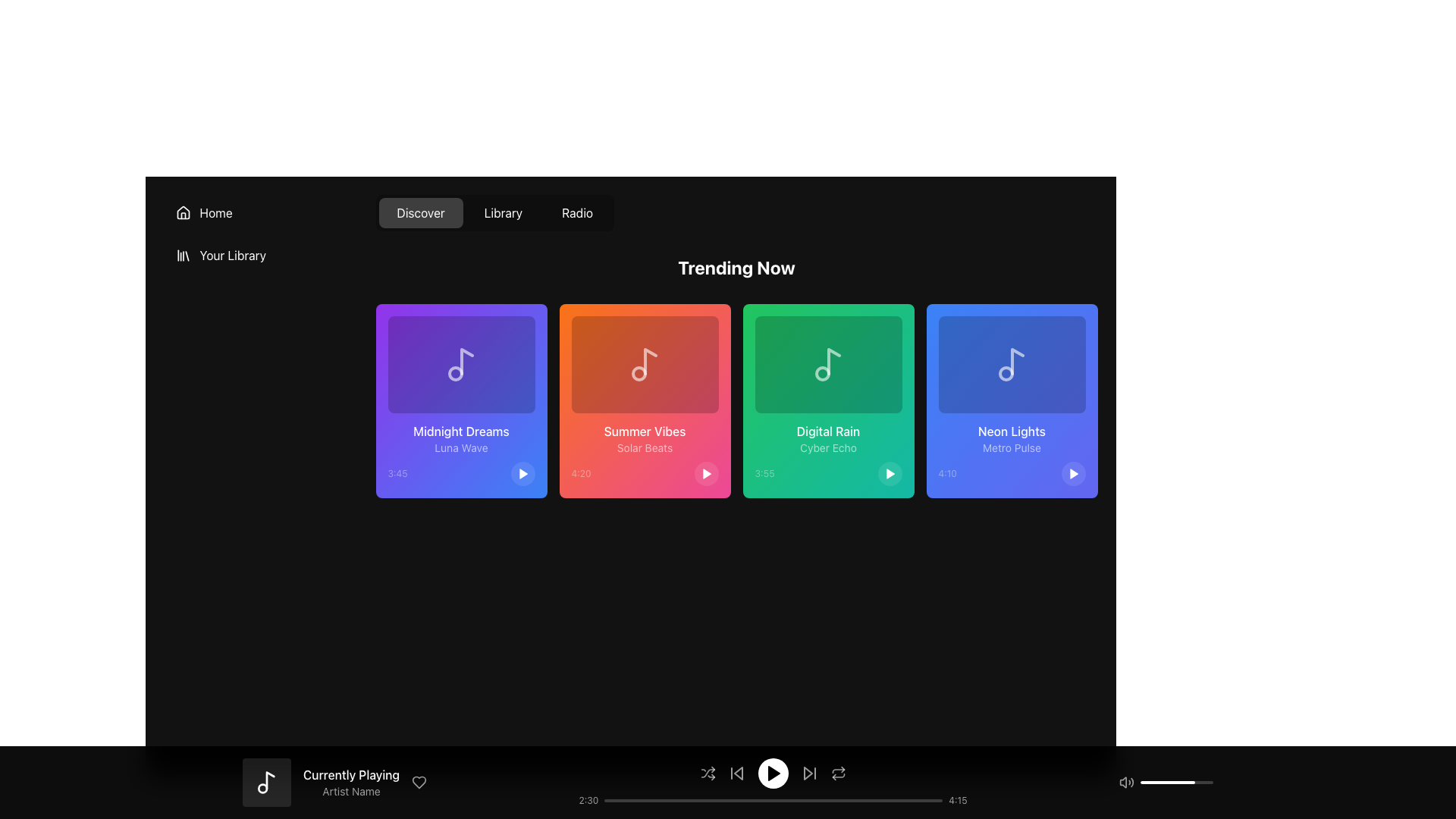  Describe the element at coordinates (833, 362) in the screenshot. I see `the music note icon located in the upper-right of the main circular element within the 'Digital Rain' card, which is the third card from the left in the 'Trending Now' section` at that location.